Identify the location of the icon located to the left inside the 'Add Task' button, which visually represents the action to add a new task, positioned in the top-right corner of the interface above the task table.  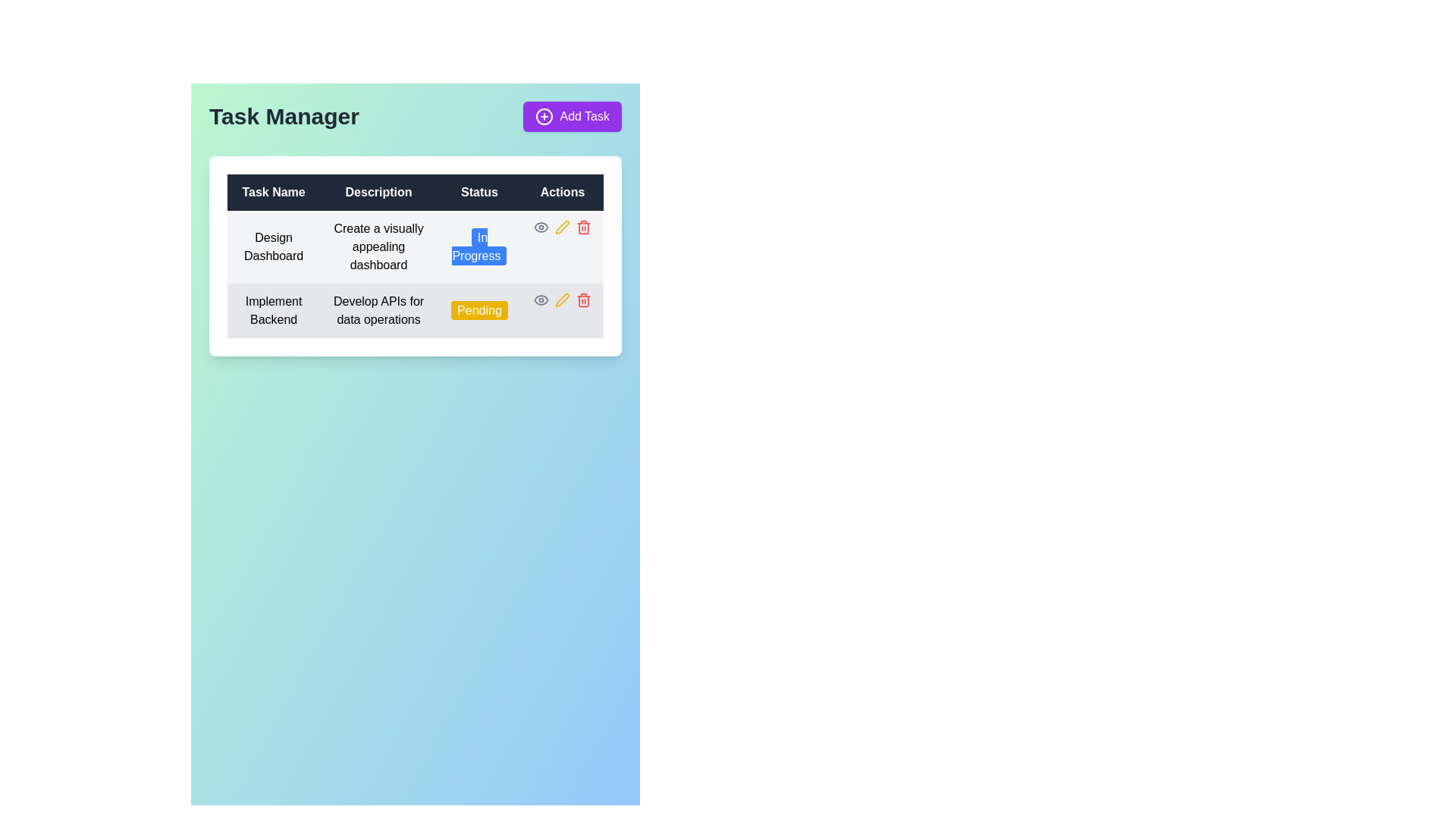
(544, 116).